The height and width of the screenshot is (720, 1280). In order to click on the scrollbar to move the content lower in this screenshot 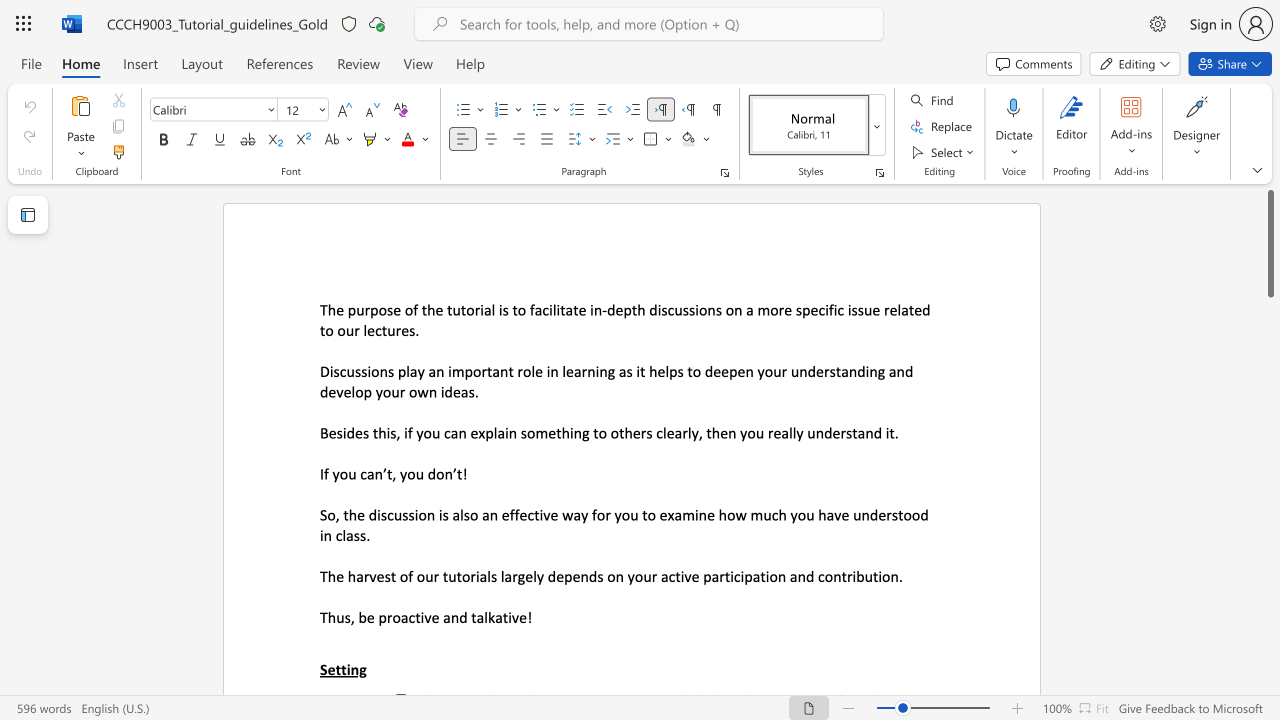, I will do `click(1269, 618)`.